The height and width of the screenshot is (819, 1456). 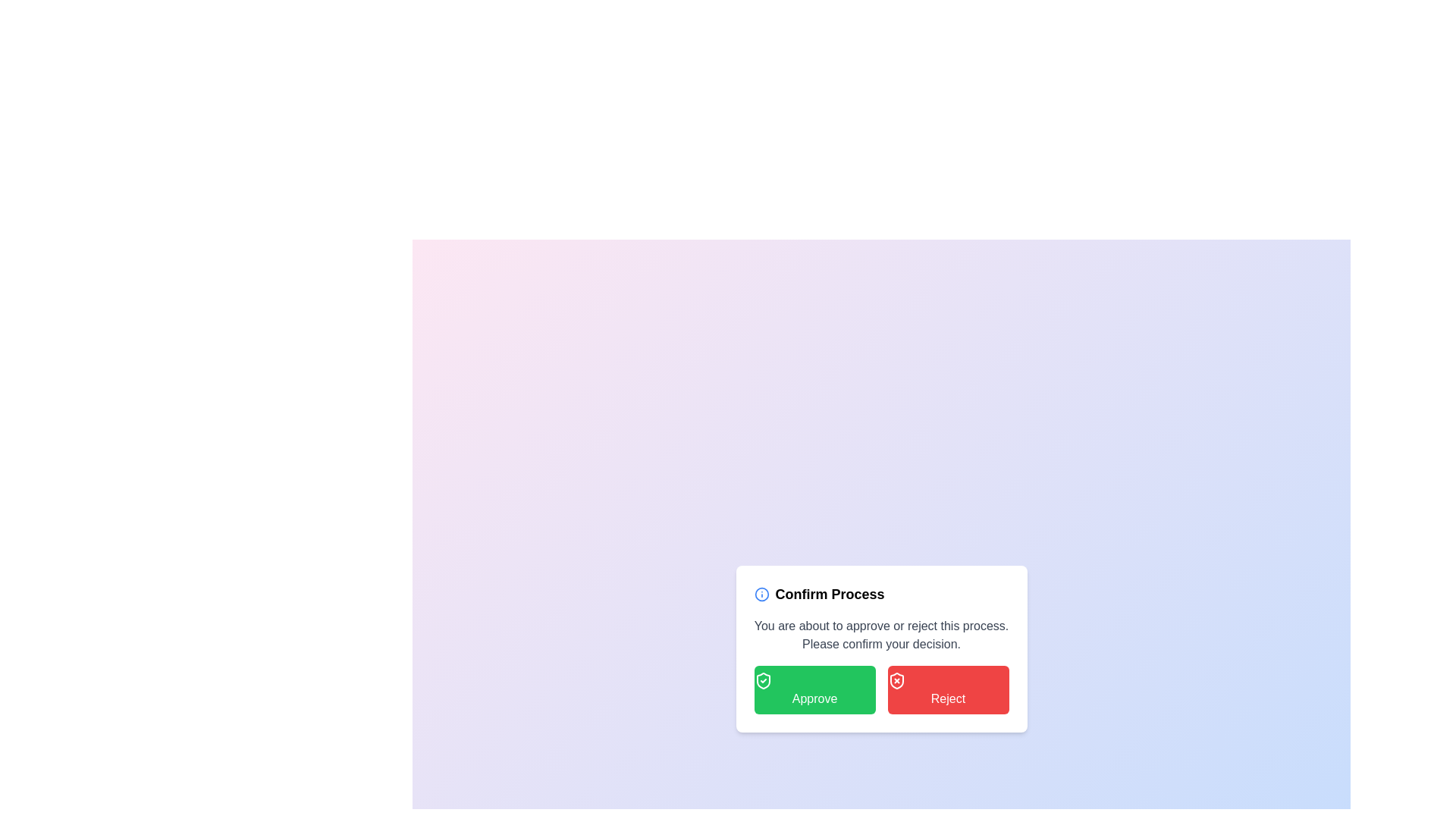 What do you see at coordinates (881, 635) in the screenshot?
I see `informational message located at the center of the white dialog box below the title 'Confirm Process' and above the buttons 'Approve' and 'Reject'` at bounding box center [881, 635].